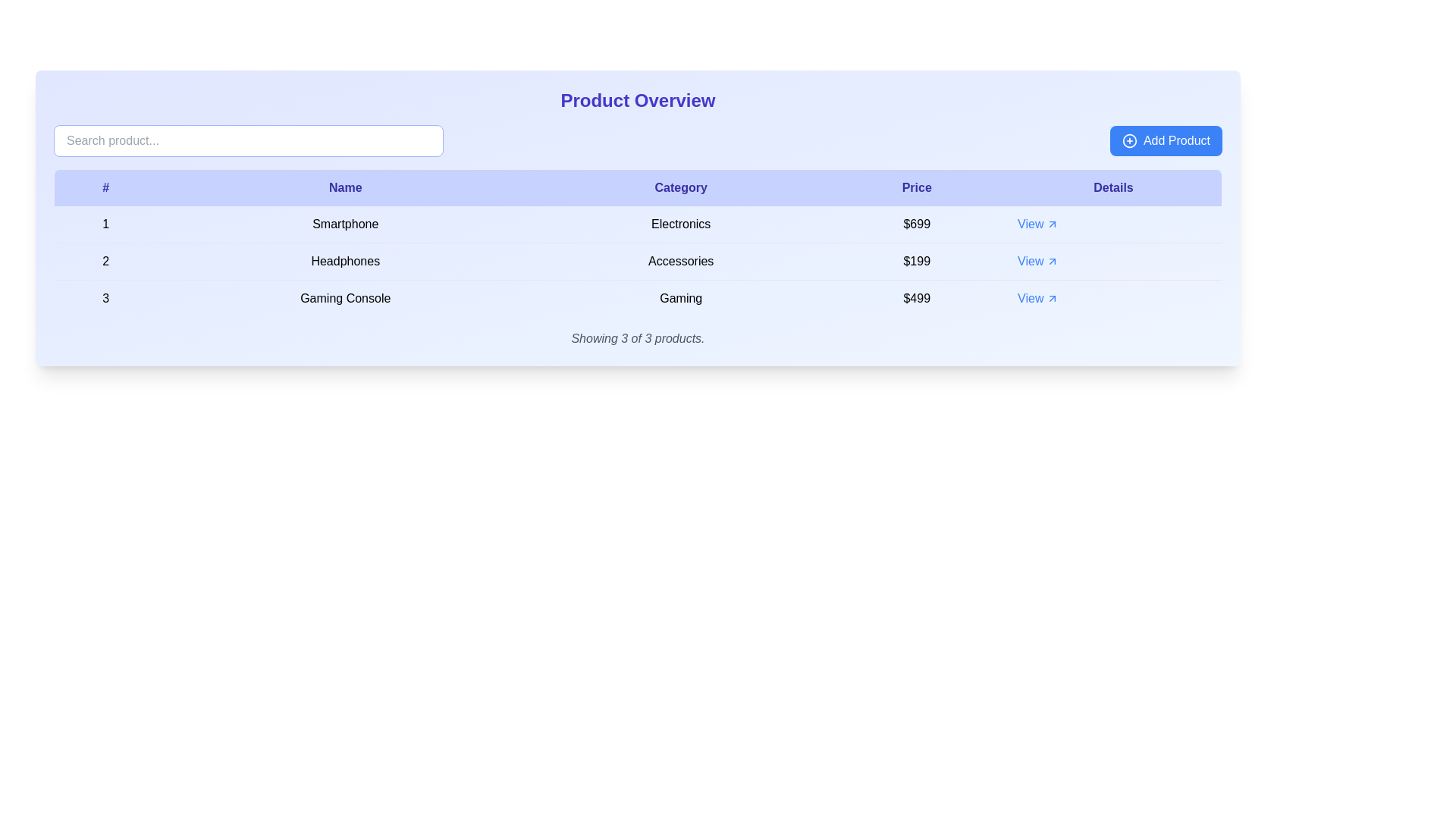 The width and height of the screenshot is (1456, 819). What do you see at coordinates (1037, 260) in the screenshot?
I see `the hyperlink in the 'Details' column of the second row of the table` at bounding box center [1037, 260].